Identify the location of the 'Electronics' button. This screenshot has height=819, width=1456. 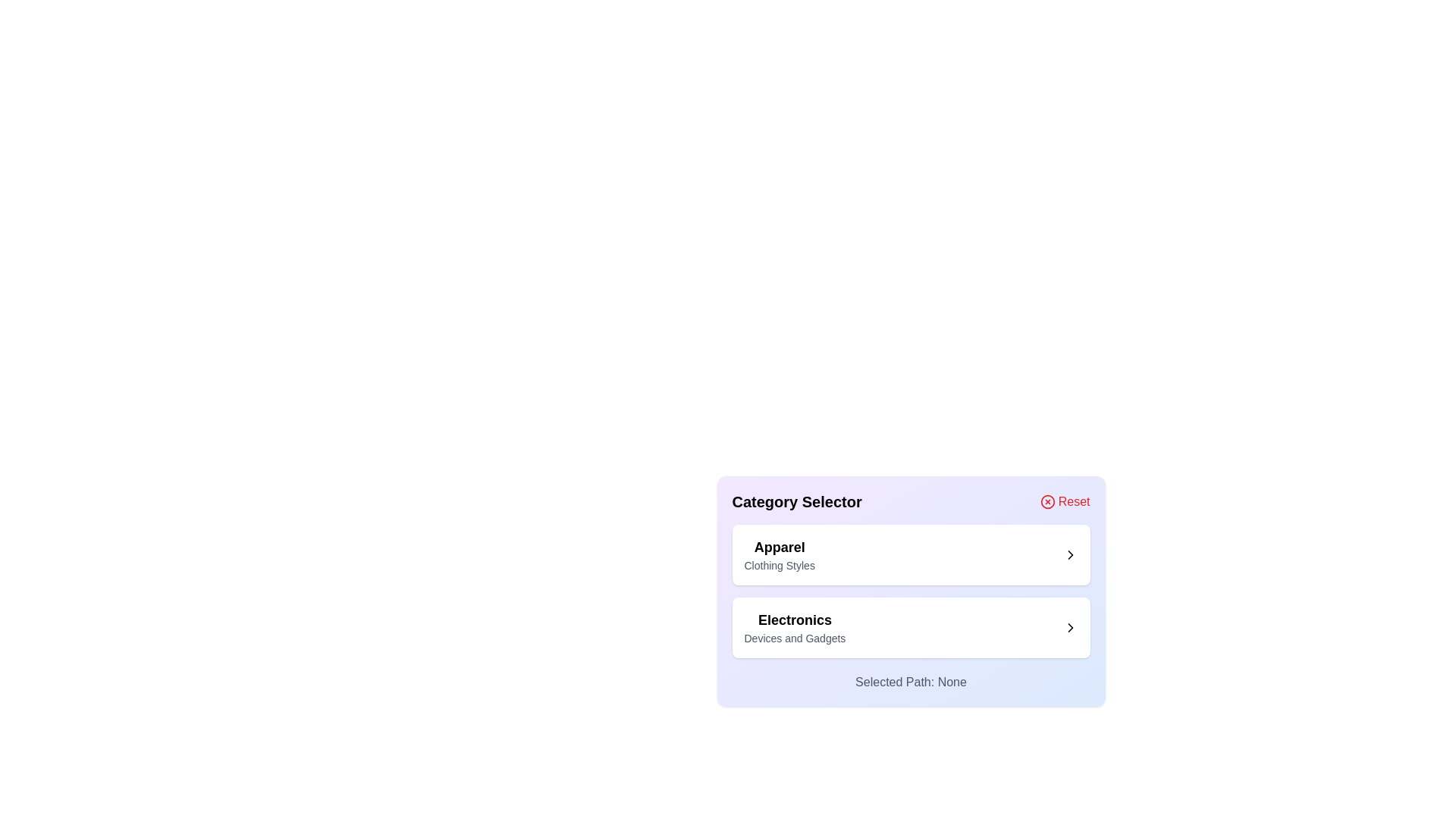
(910, 628).